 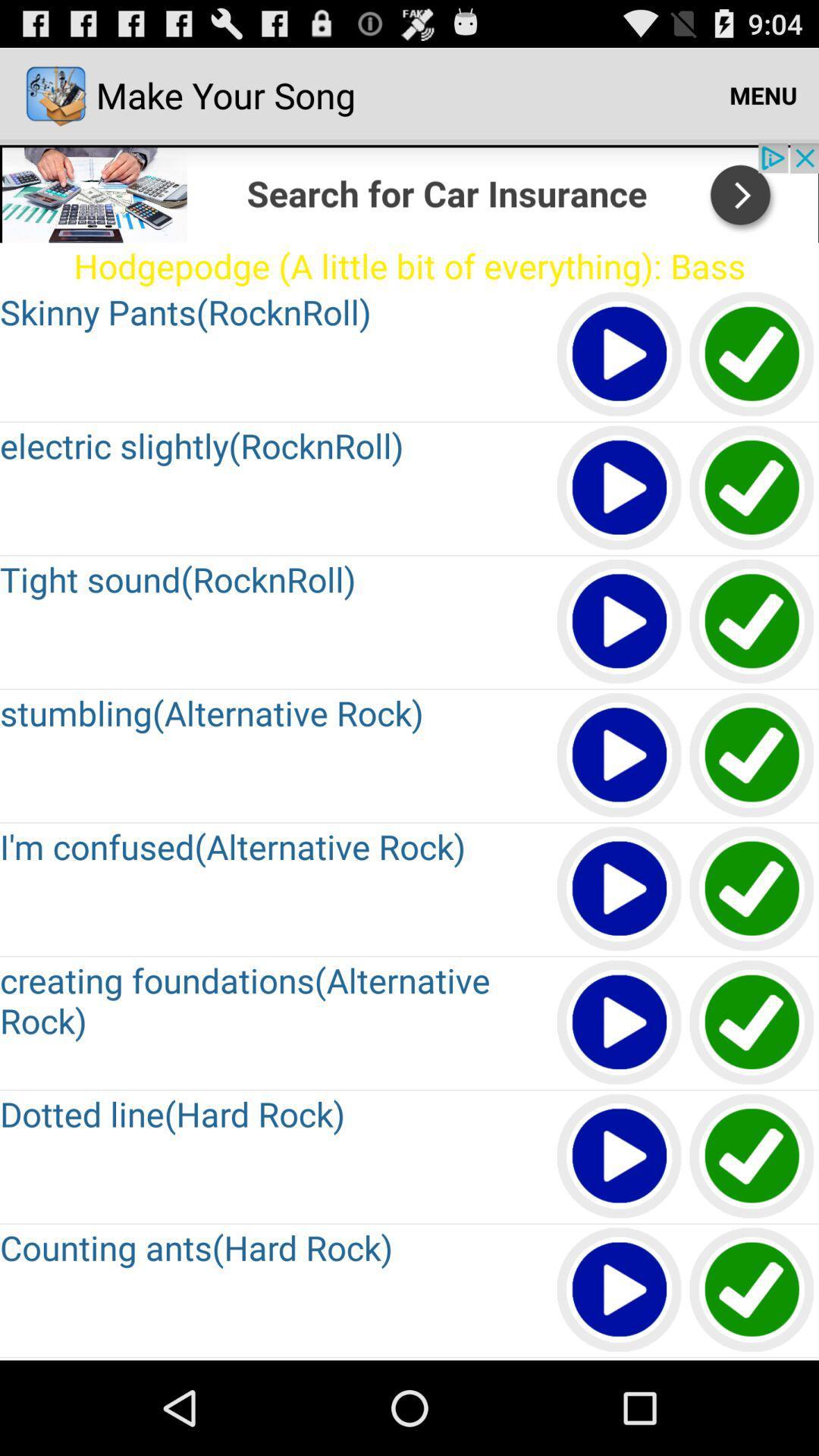 What do you see at coordinates (752, 756) in the screenshot?
I see `the track` at bounding box center [752, 756].